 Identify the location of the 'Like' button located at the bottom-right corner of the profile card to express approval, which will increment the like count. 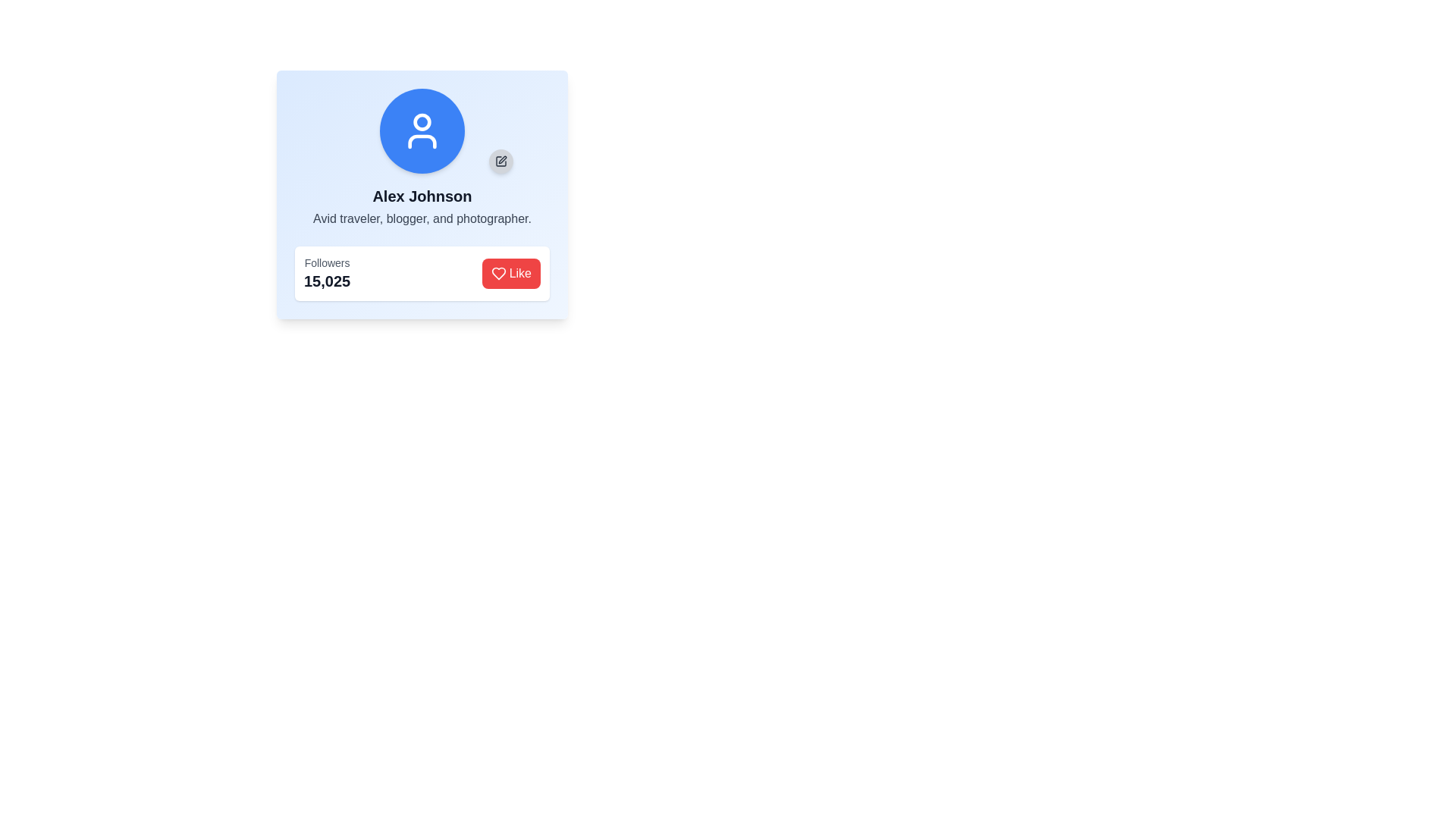
(520, 274).